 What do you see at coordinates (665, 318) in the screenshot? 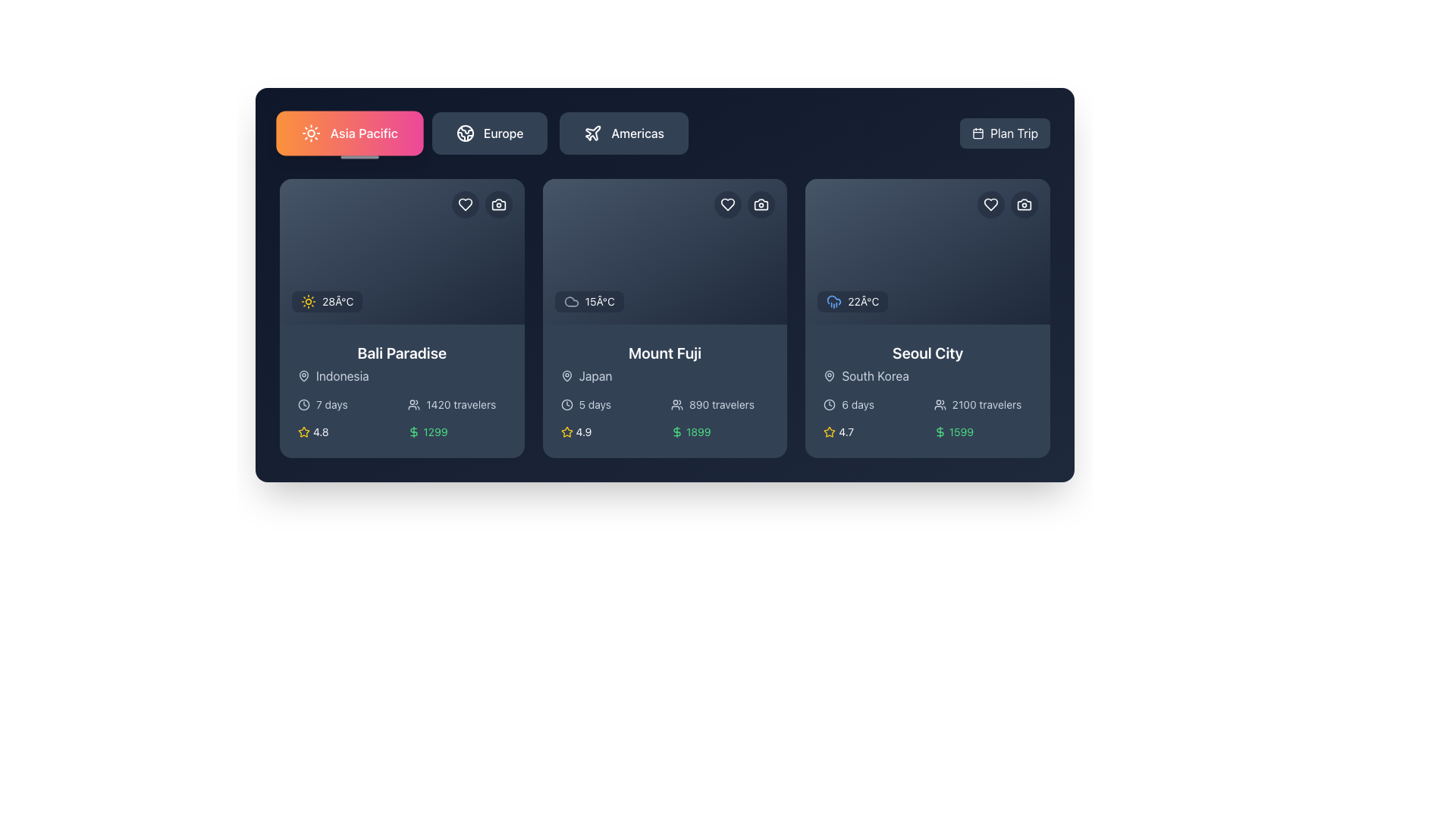
I see `the second card in the grid layout showcasing 'Mount Fuji'` at bounding box center [665, 318].